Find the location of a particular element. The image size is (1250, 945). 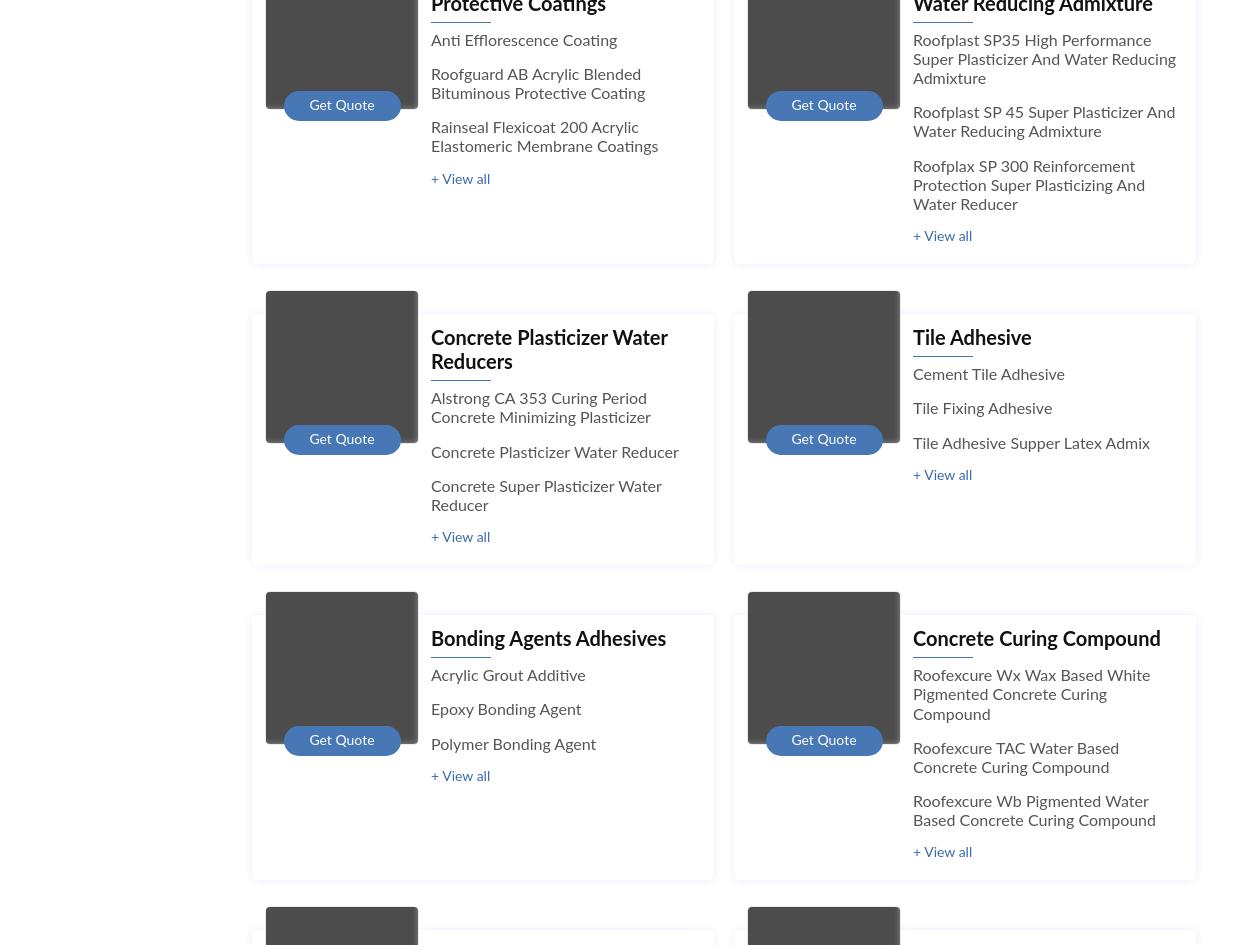

'Roofguard AB Acrylic Blended Bituminous Protective Coating' is located at coordinates (538, 83).